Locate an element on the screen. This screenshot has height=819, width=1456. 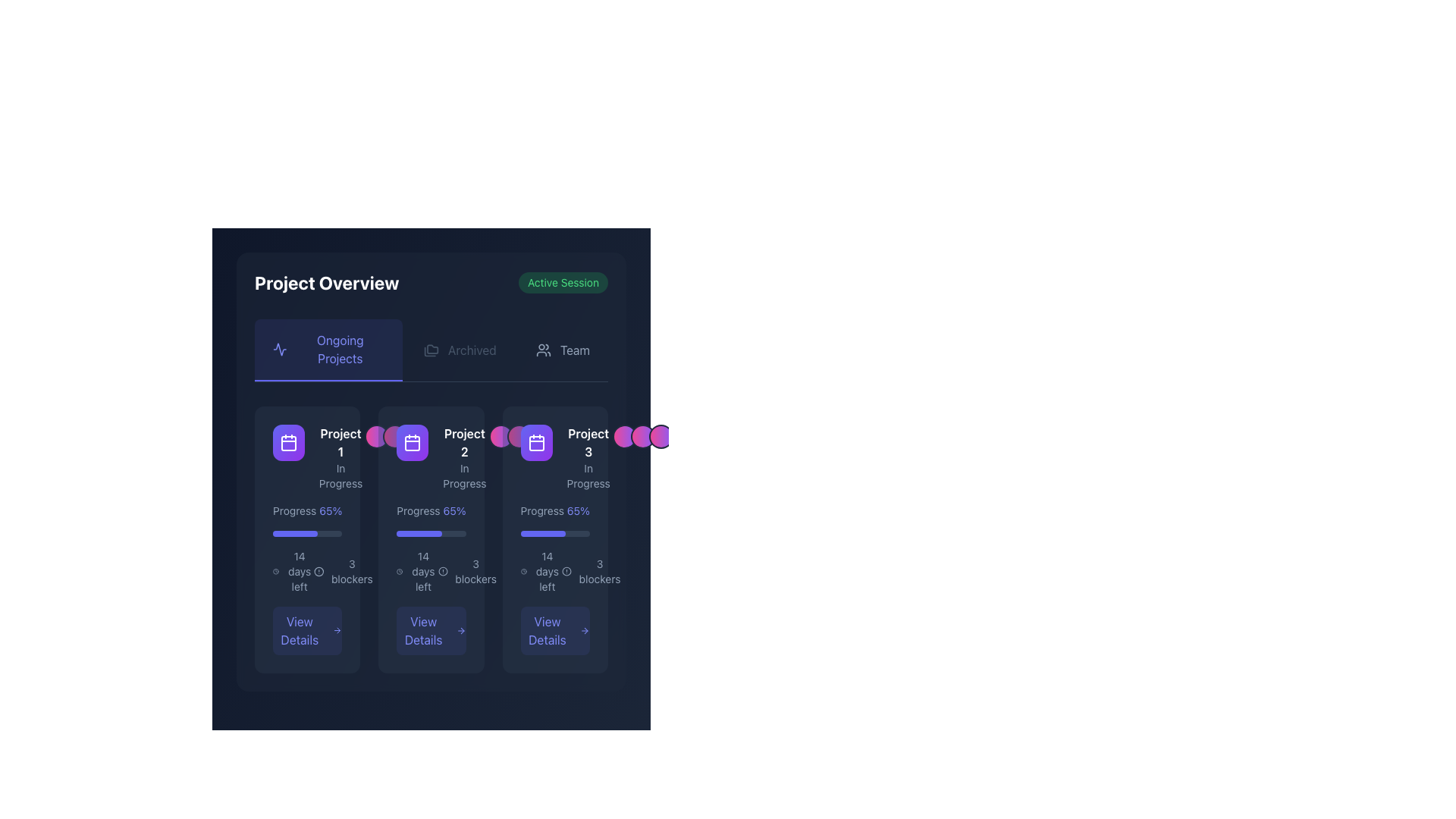
displayed text '3 blockers' from the Text label with an associated icon located in the second project card of the 'Ongoing Projects' section, positioned below the progress bar and to the right of the '14 days left' text is located at coordinates (466, 571).